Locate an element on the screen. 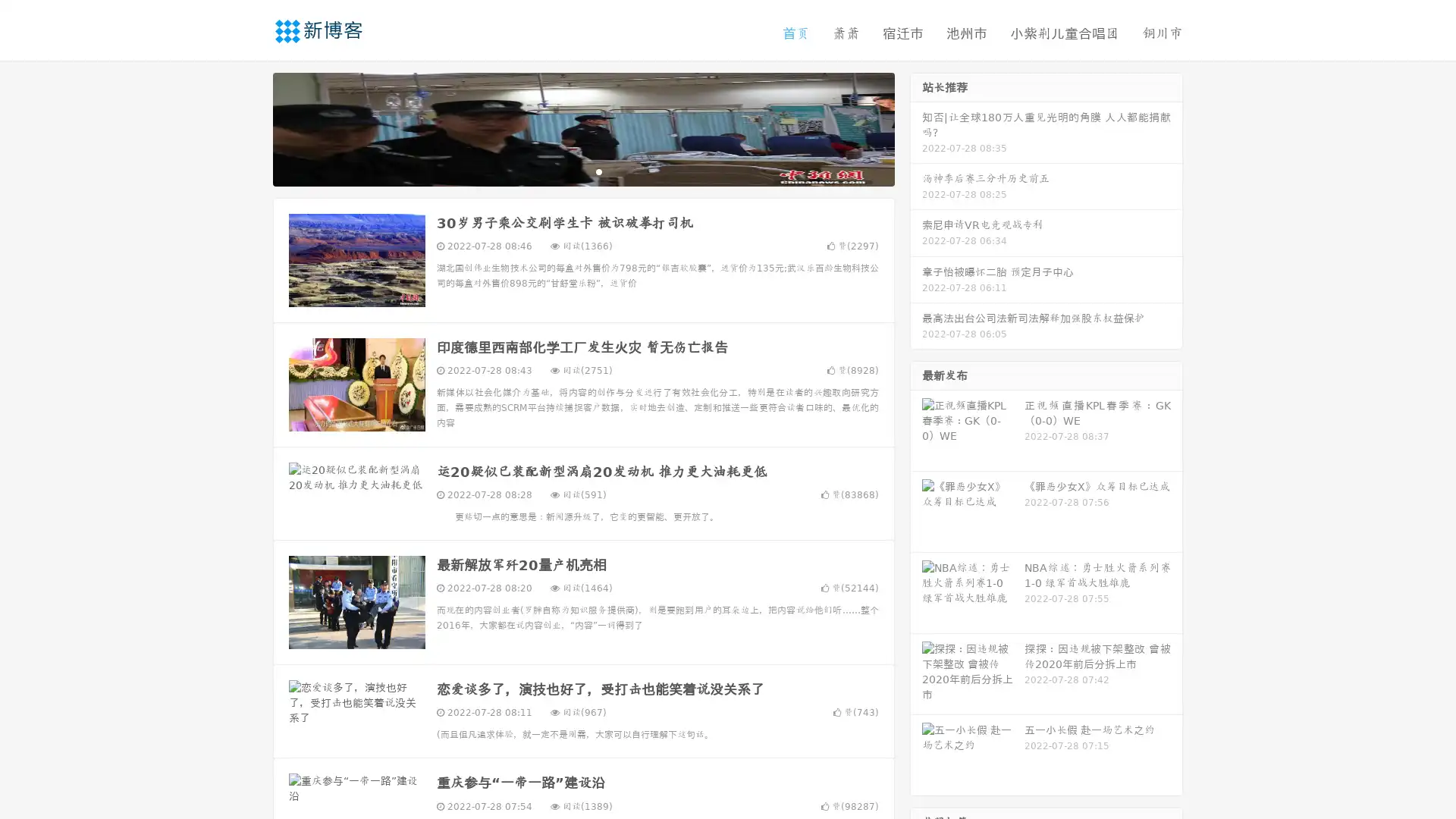  Go to slide 3 is located at coordinates (598, 171).